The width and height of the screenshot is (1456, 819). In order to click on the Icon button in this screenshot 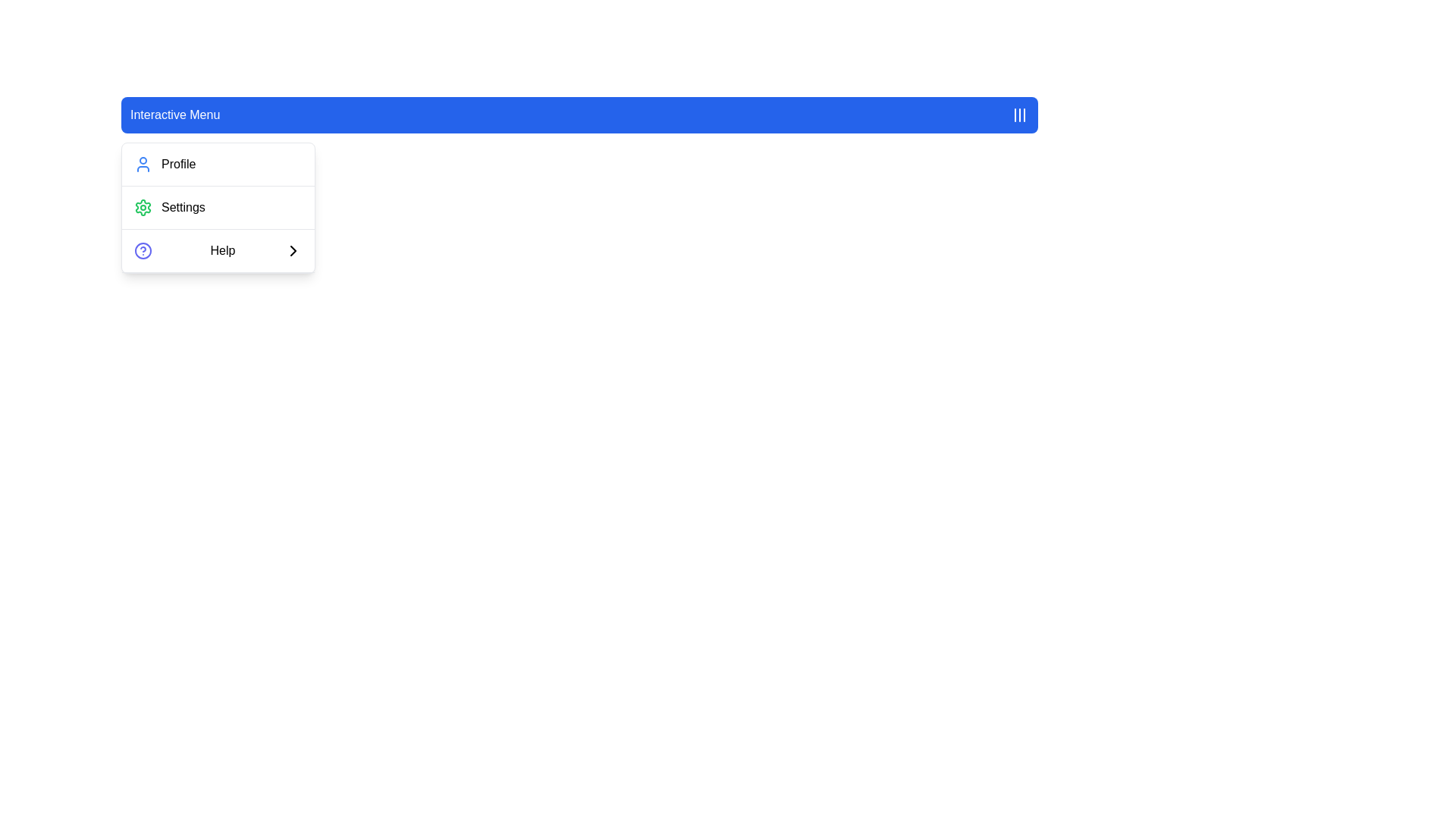, I will do `click(1019, 114)`.